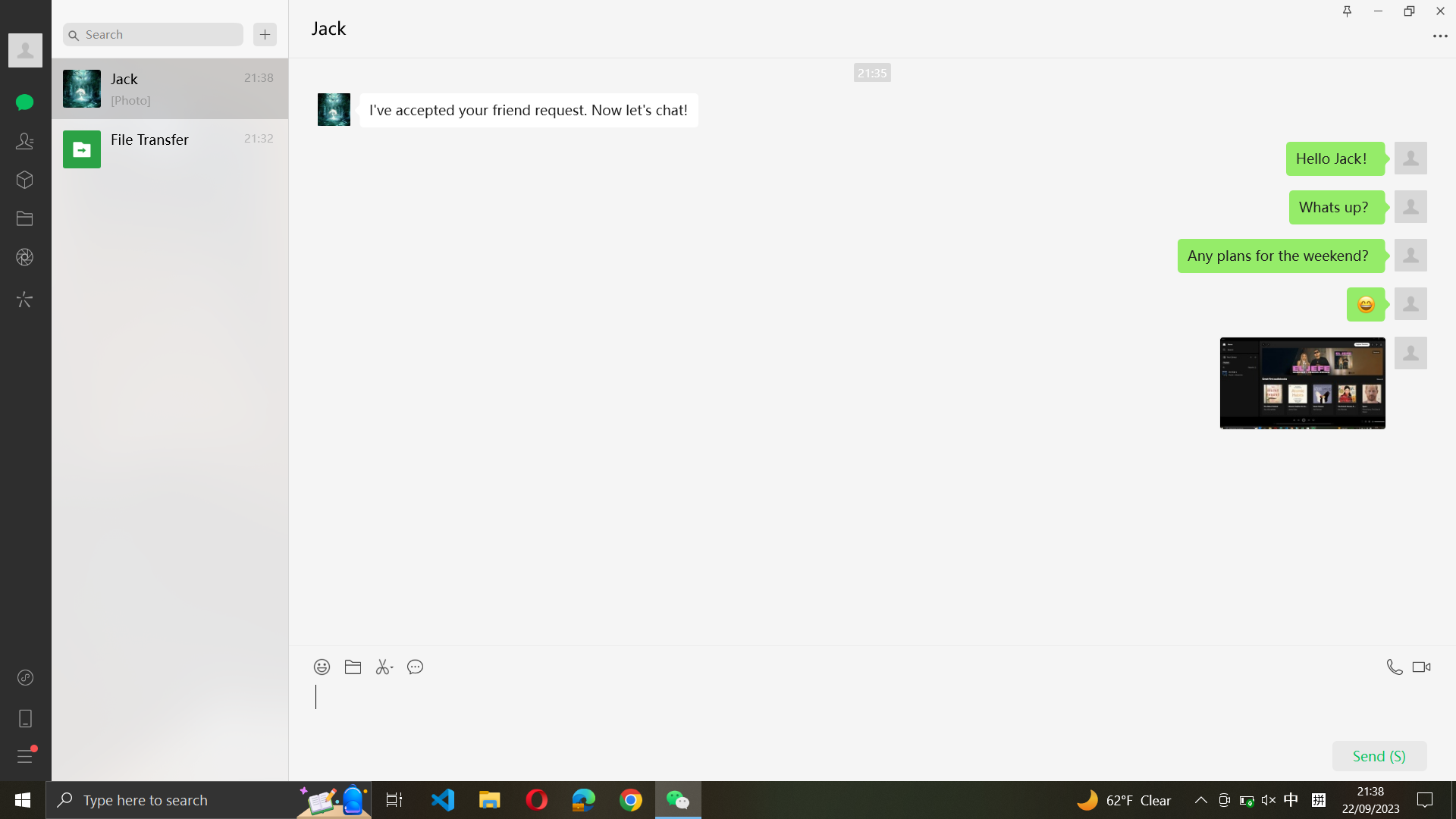 Image resolution: width=1456 pixels, height=819 pixels. Describe the element at coordinates (386, 662) in the screenshot. I see `the option to send a screenshot to Jack` at that location.